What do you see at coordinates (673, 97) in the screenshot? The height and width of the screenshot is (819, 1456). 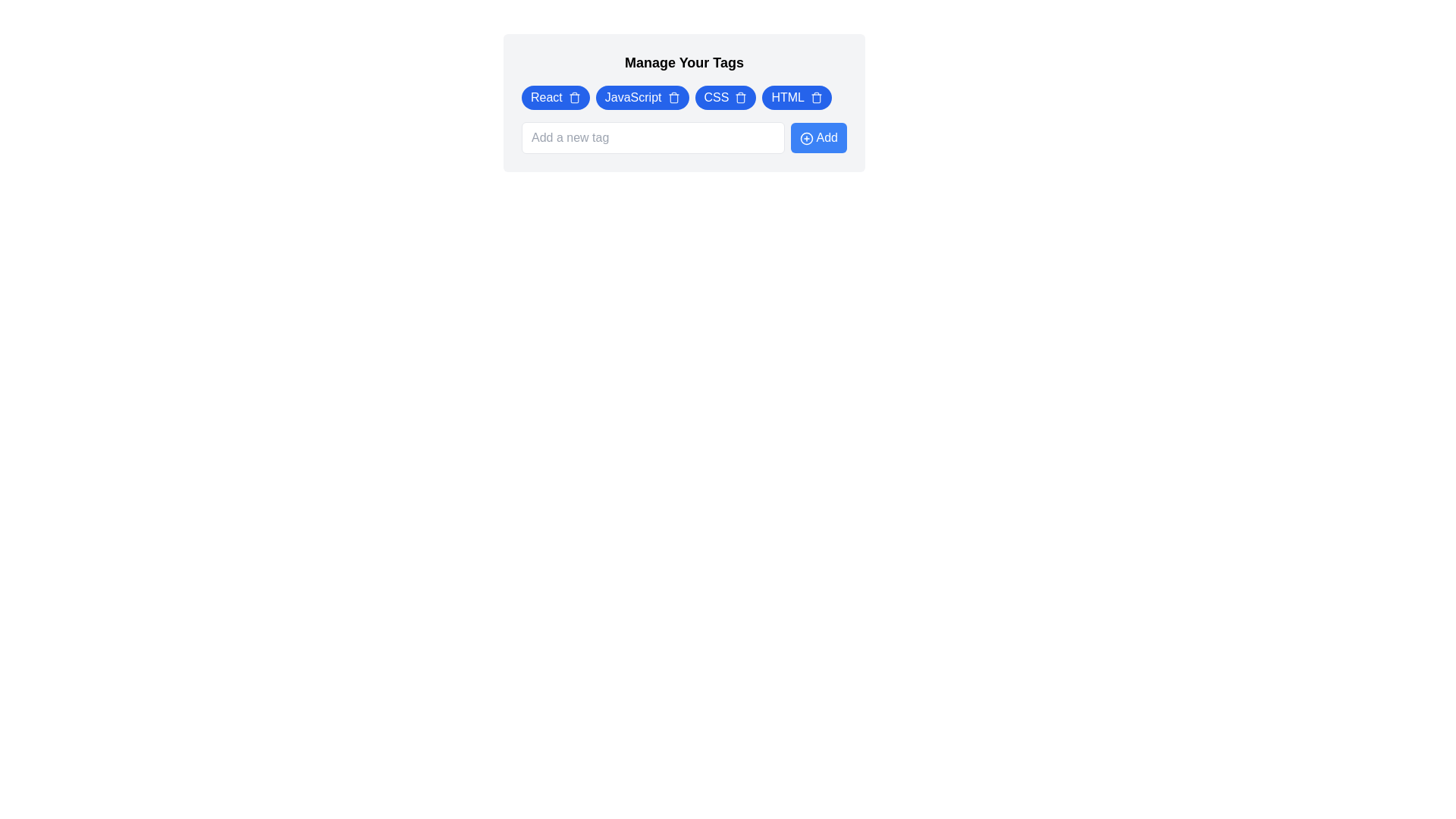 I see `the trash can icon button located on the far right of the 'JavaScript' tag section to potentially see a tooltip` at bounding box center [673, 97].